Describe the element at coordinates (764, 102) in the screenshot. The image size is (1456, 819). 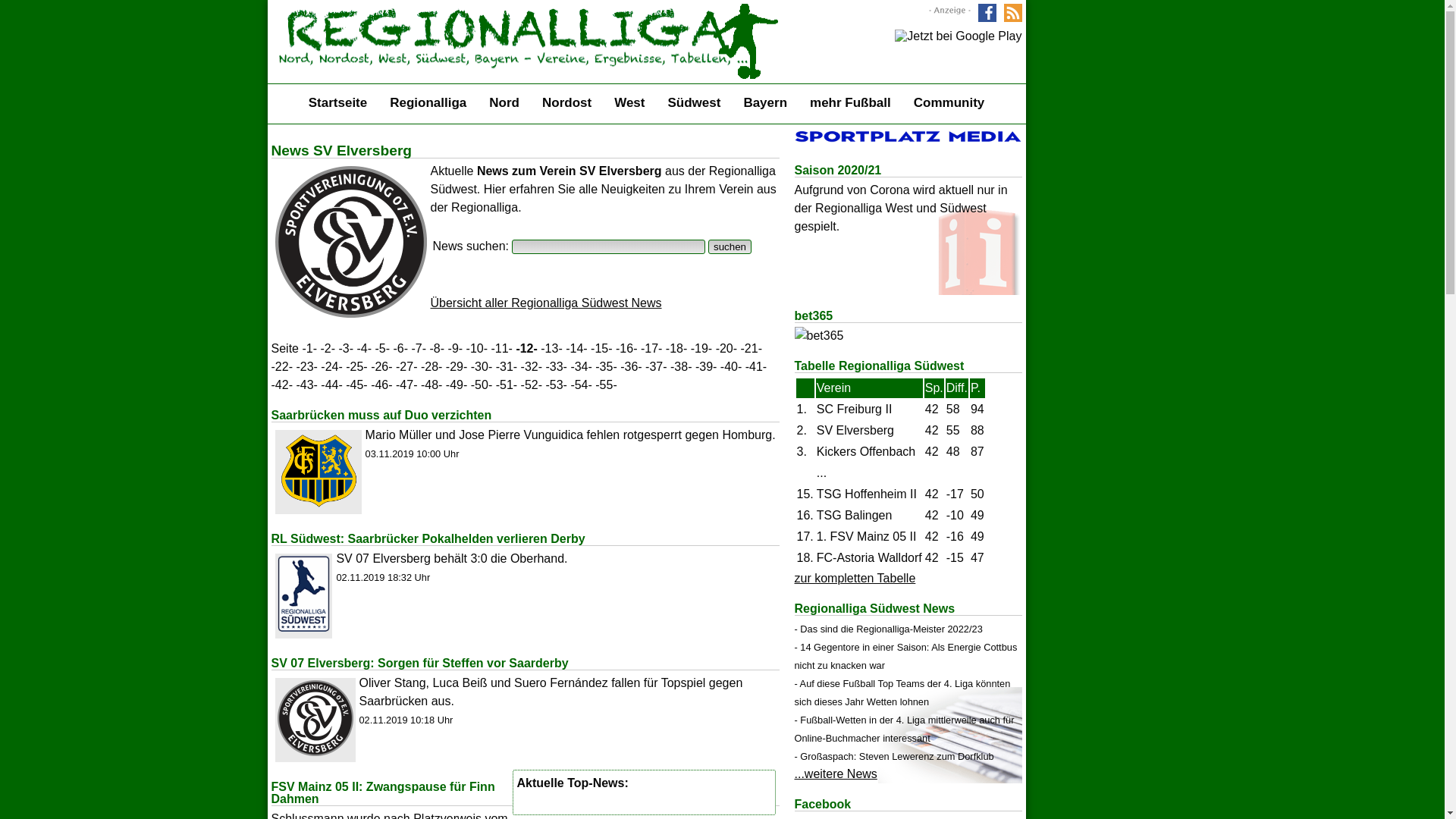
I see `'Bayern'` at that location.